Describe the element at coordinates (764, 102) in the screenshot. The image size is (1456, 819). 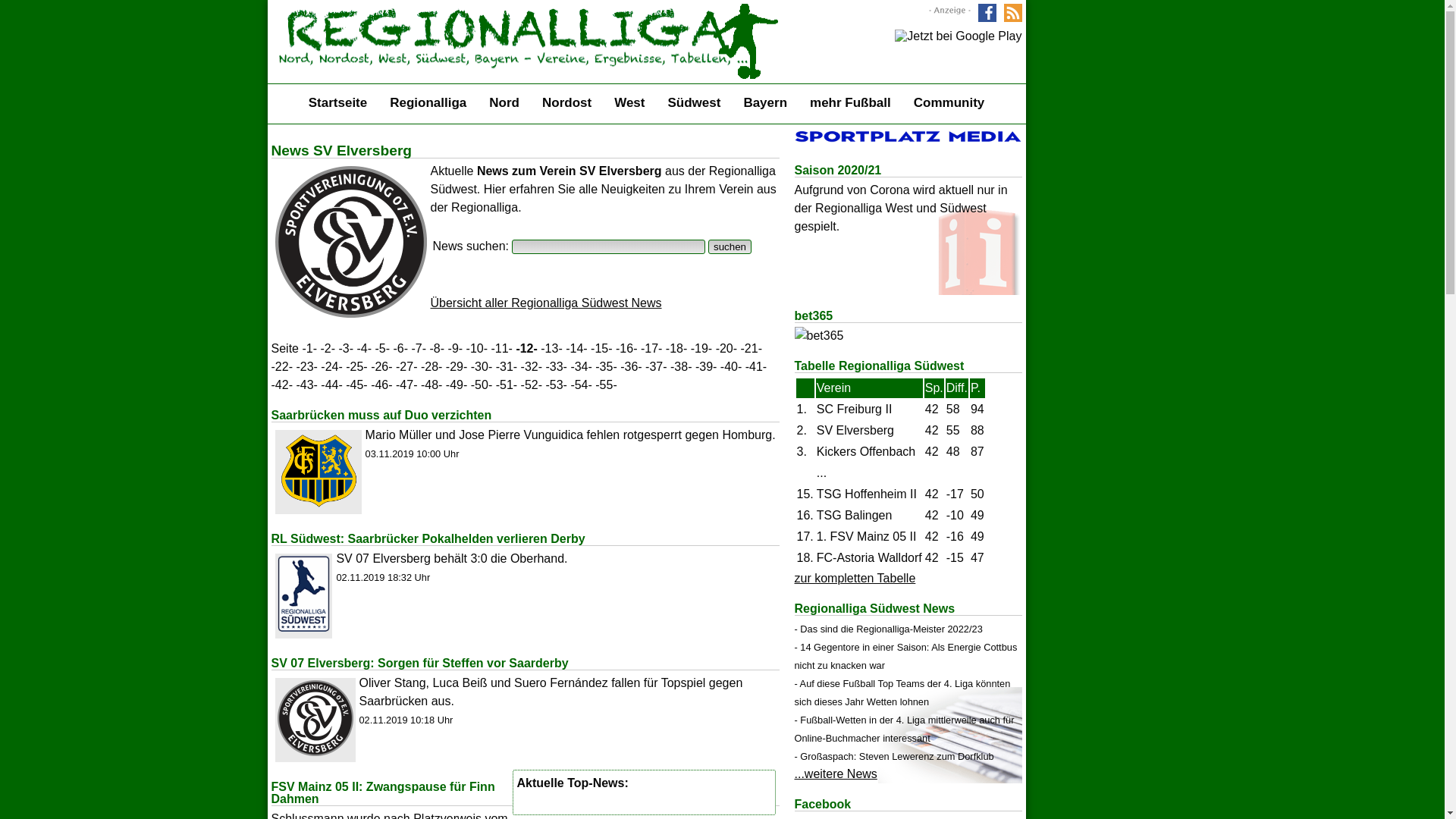
I see `'Bayern'` at that location.